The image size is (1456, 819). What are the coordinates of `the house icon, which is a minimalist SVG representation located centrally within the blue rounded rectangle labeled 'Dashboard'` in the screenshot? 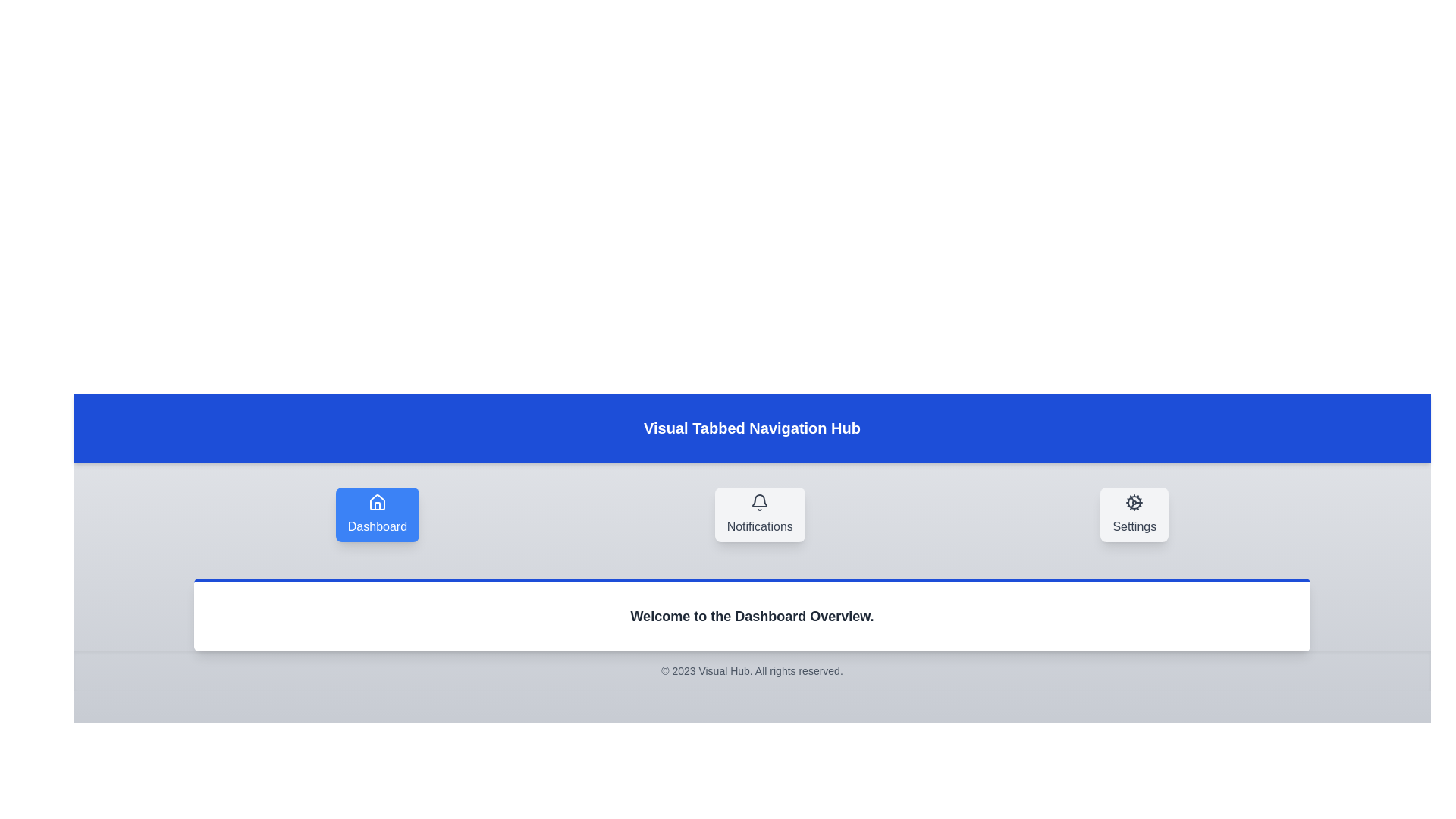 It's located at (377, 502).